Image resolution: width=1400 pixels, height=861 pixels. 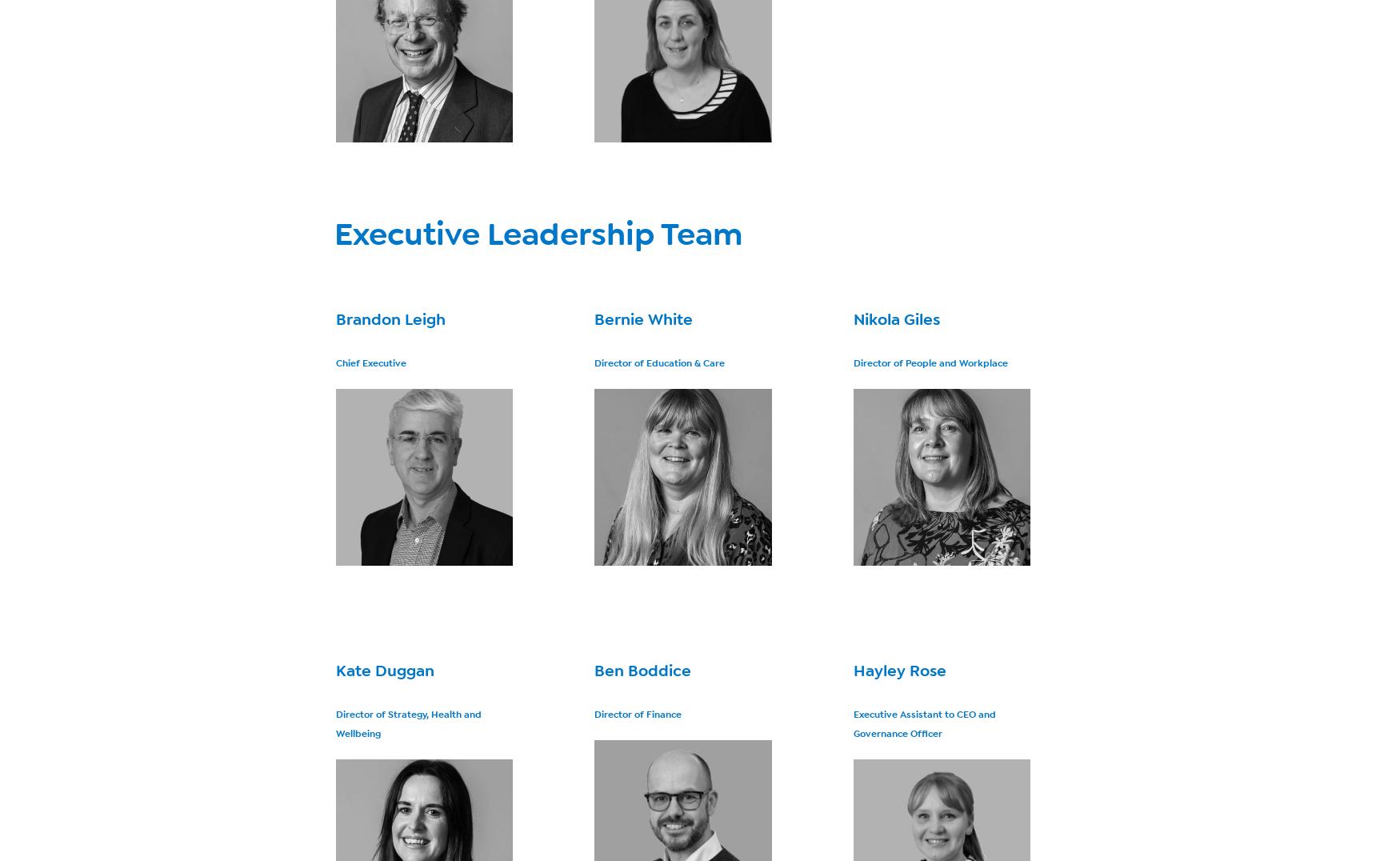 I want to click on 'Chief Executive', so click(x=370, y=362).